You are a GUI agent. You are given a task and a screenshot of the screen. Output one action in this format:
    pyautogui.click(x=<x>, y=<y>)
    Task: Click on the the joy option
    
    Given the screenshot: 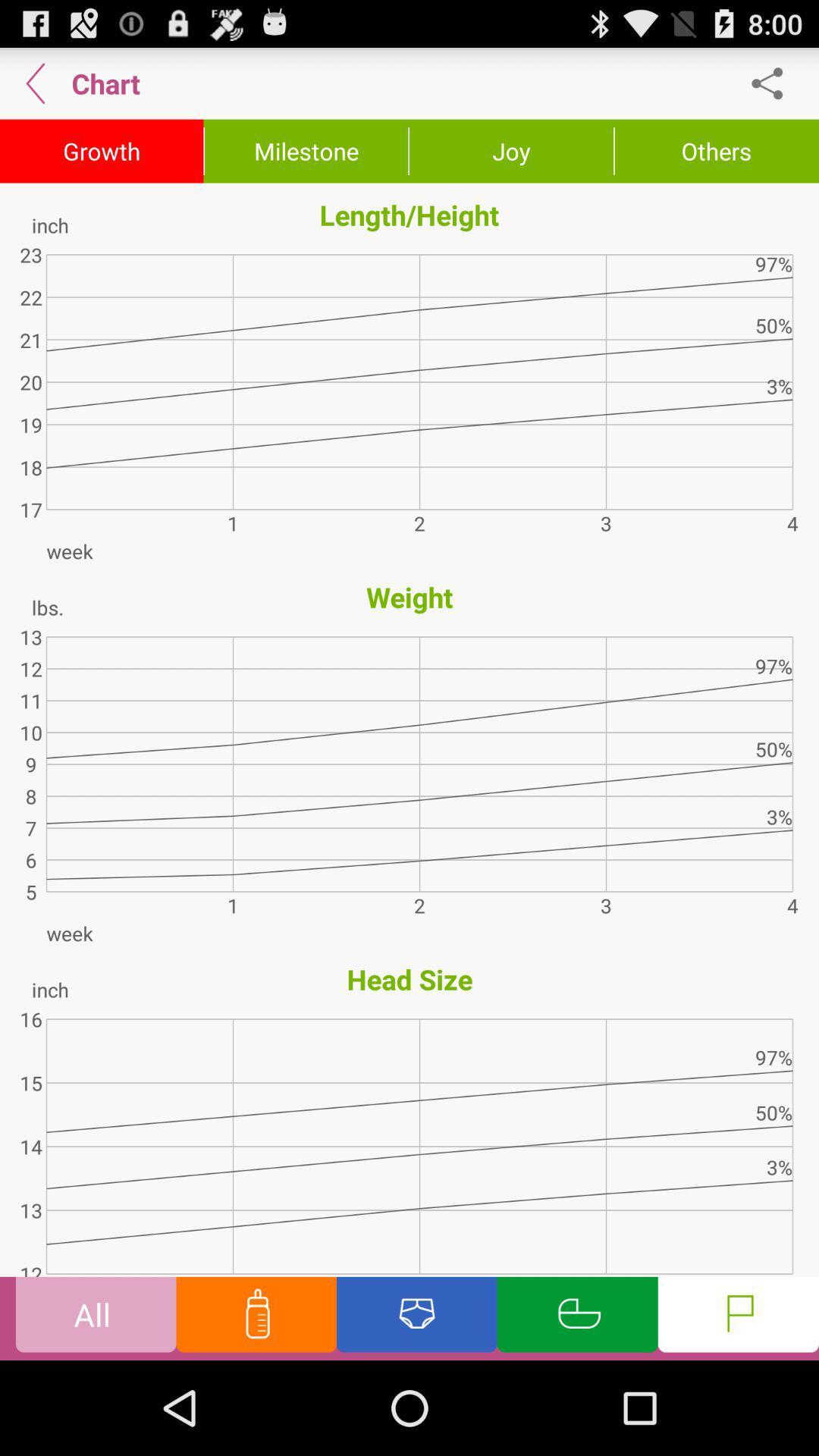 What is the action you would take?
    pyautogui.click(x=511, y=152)
    